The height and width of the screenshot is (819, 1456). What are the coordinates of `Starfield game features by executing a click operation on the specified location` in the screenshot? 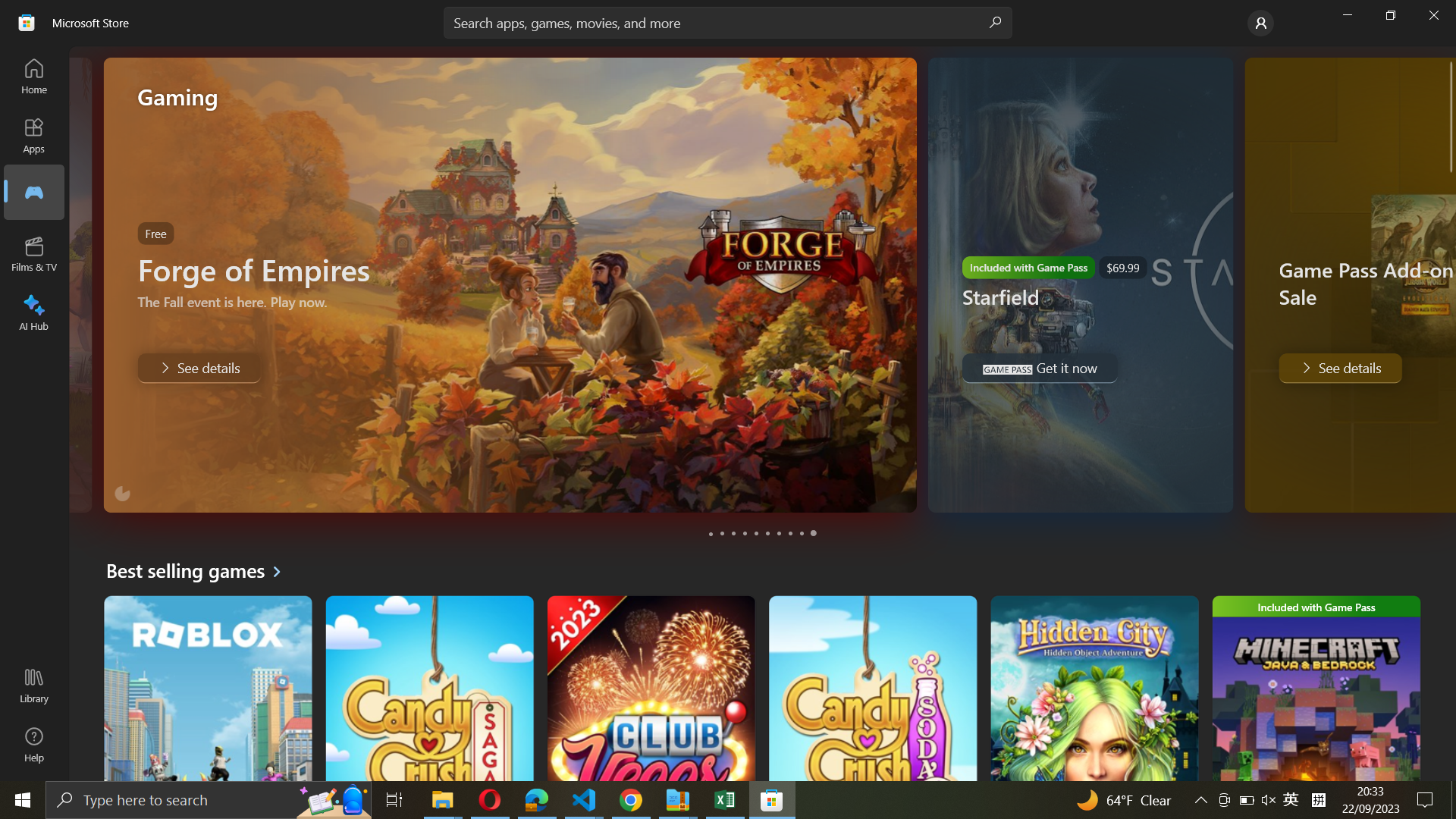 It's located at (722, 533).